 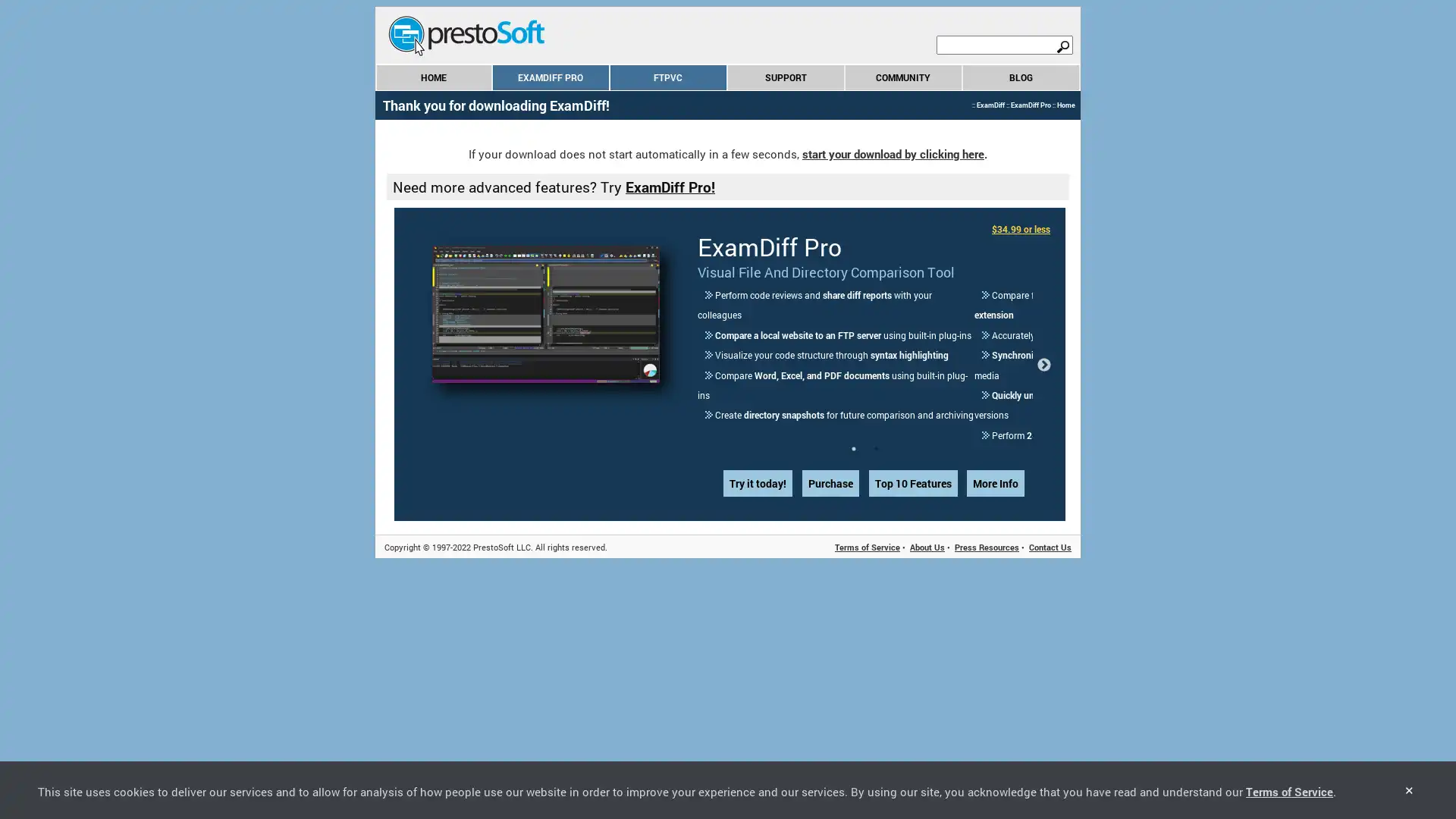 What do you see at coordinates (877, 388) in the screenshot?
I see `2` at bounding box center [877, 388].